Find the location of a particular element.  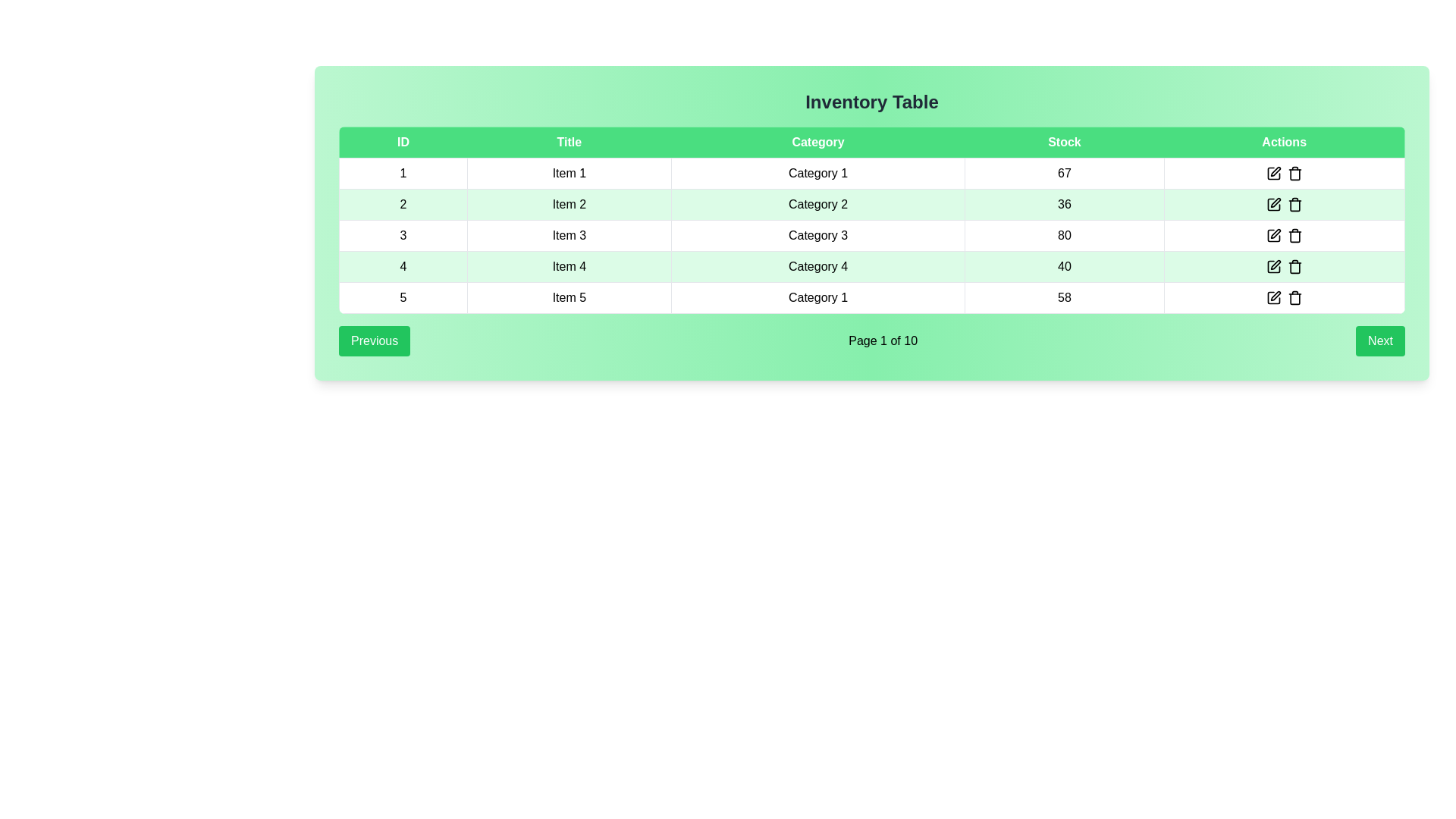

the edit button icon in the action column of the last row of the inventory table for 'Item 5' is located at coordinates (1275, 296).